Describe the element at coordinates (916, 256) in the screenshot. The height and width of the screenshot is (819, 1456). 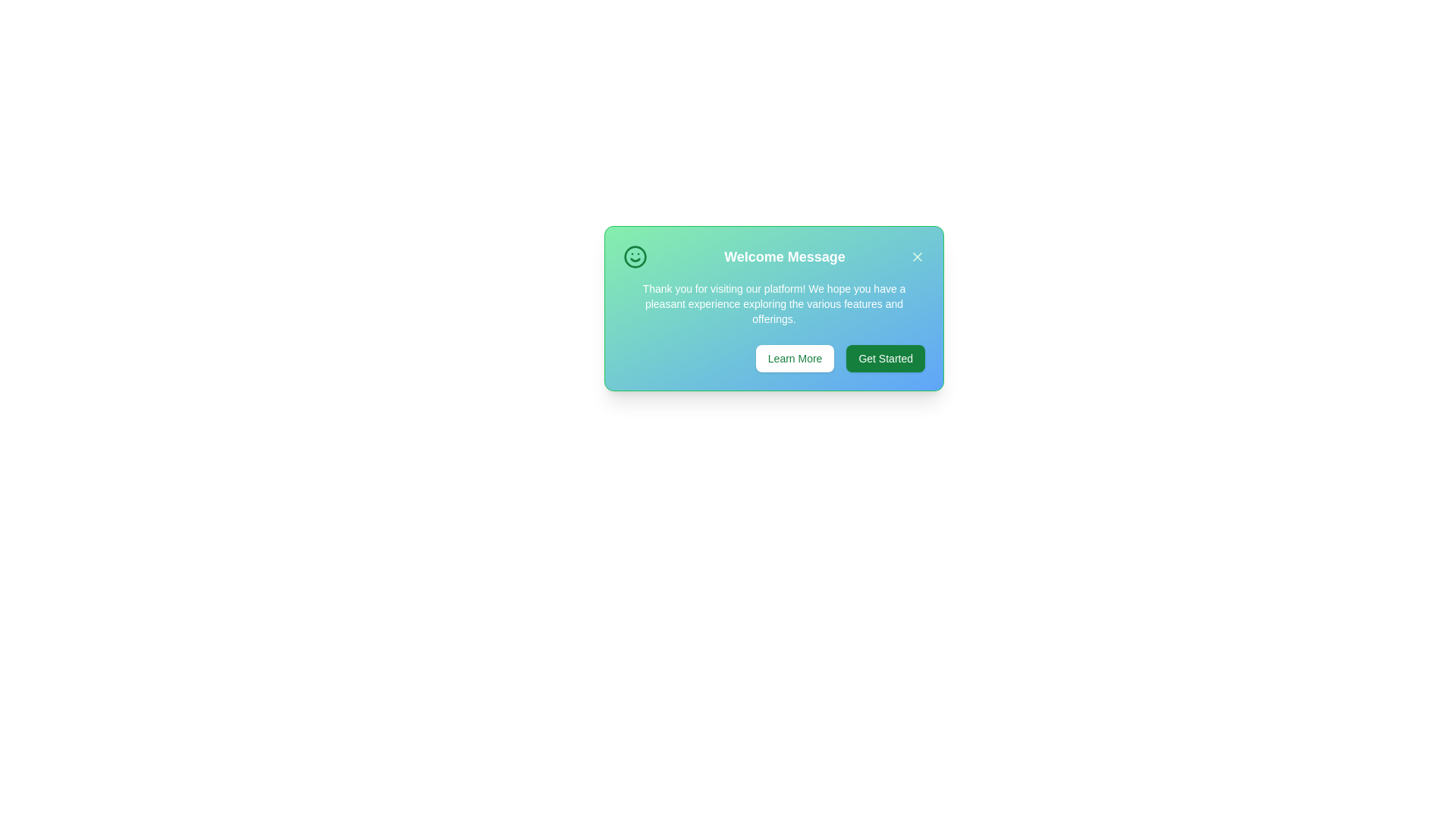
I see `the close button to dismiss the alert` at that location.